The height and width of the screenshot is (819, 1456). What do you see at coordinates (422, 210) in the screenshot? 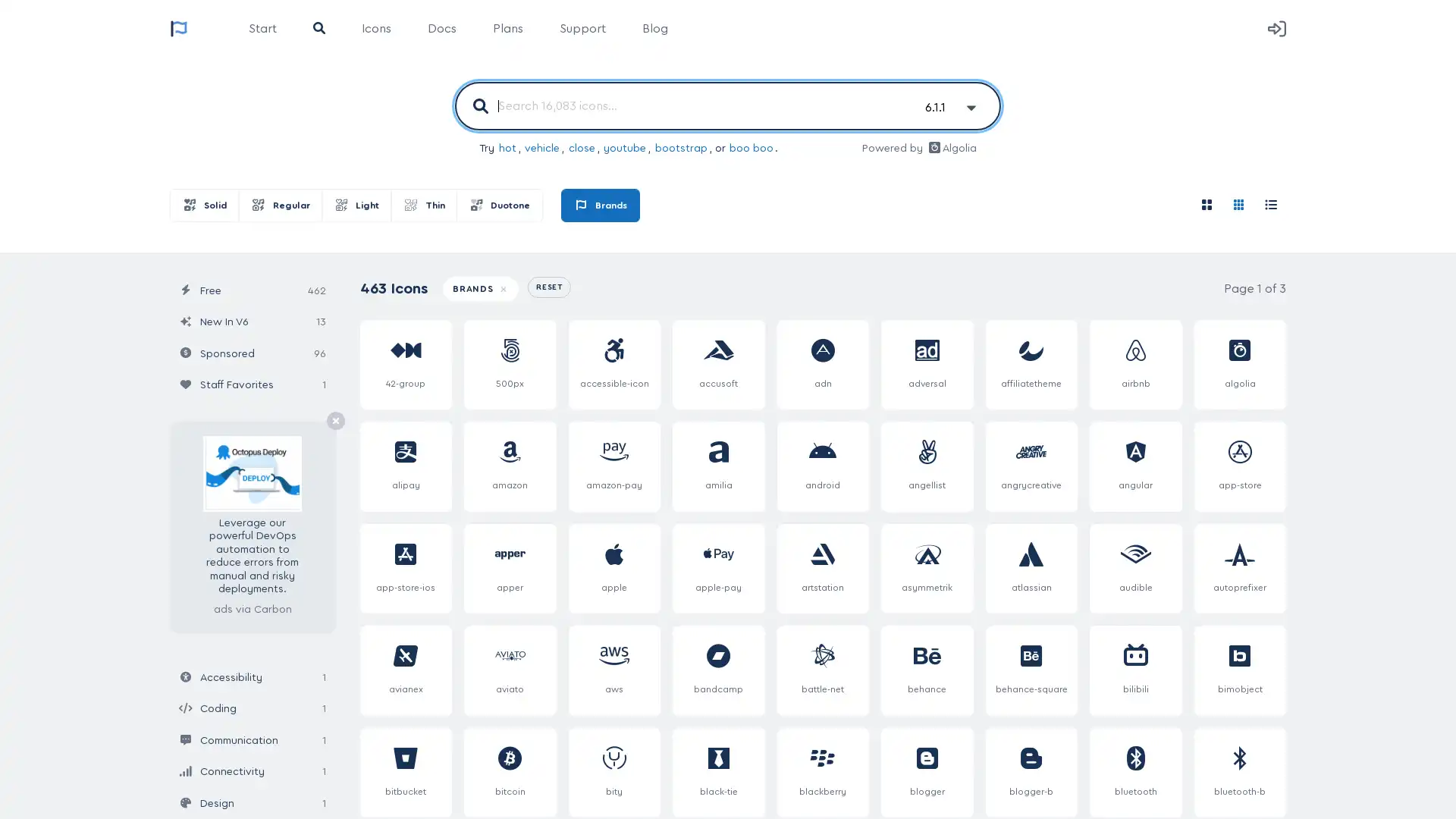
I see `Light` at bounding box center [422, 210].